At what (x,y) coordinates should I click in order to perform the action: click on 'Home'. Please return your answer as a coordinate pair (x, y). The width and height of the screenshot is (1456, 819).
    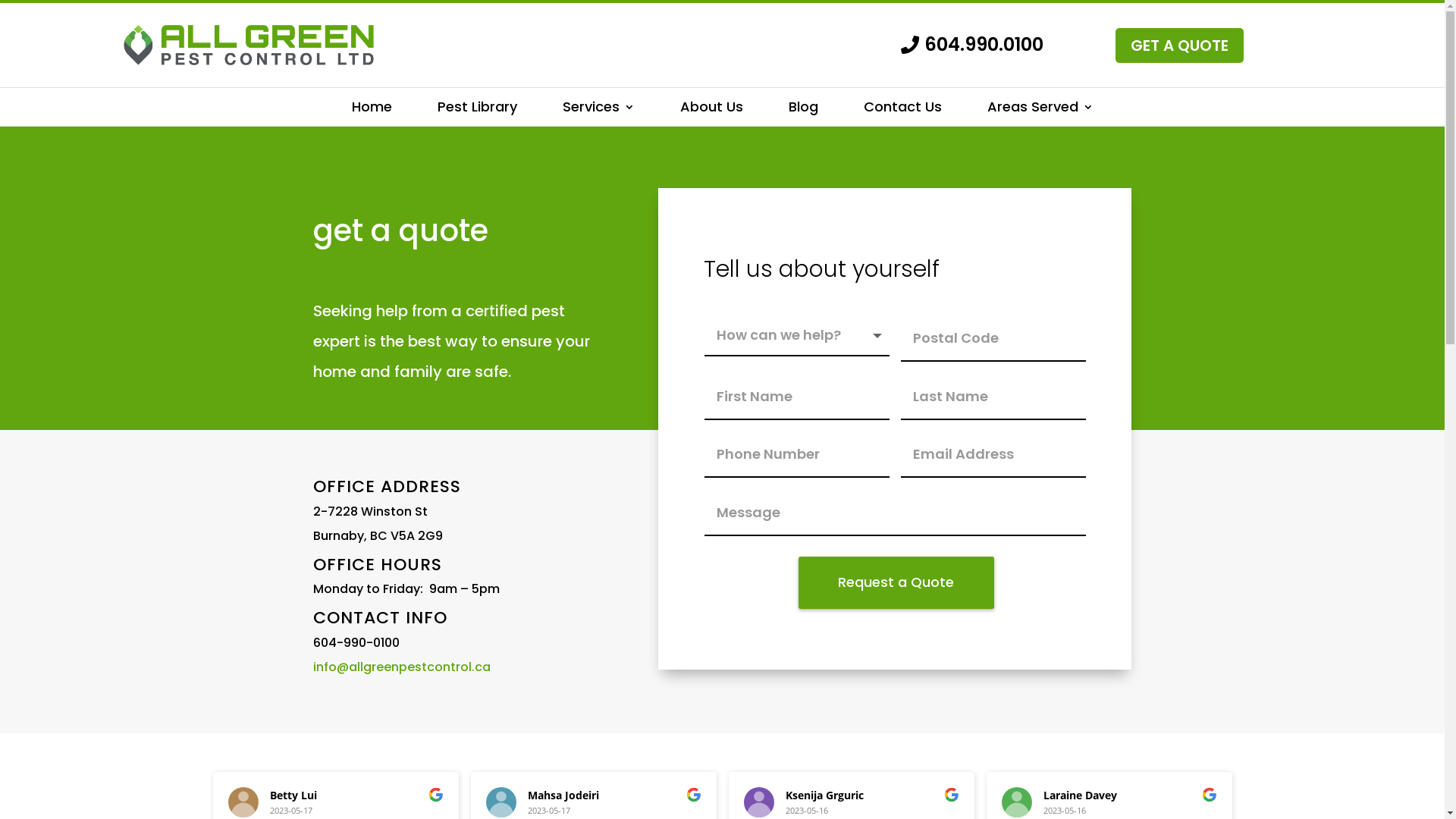
    Looking at the image, I should click on (372, 109).